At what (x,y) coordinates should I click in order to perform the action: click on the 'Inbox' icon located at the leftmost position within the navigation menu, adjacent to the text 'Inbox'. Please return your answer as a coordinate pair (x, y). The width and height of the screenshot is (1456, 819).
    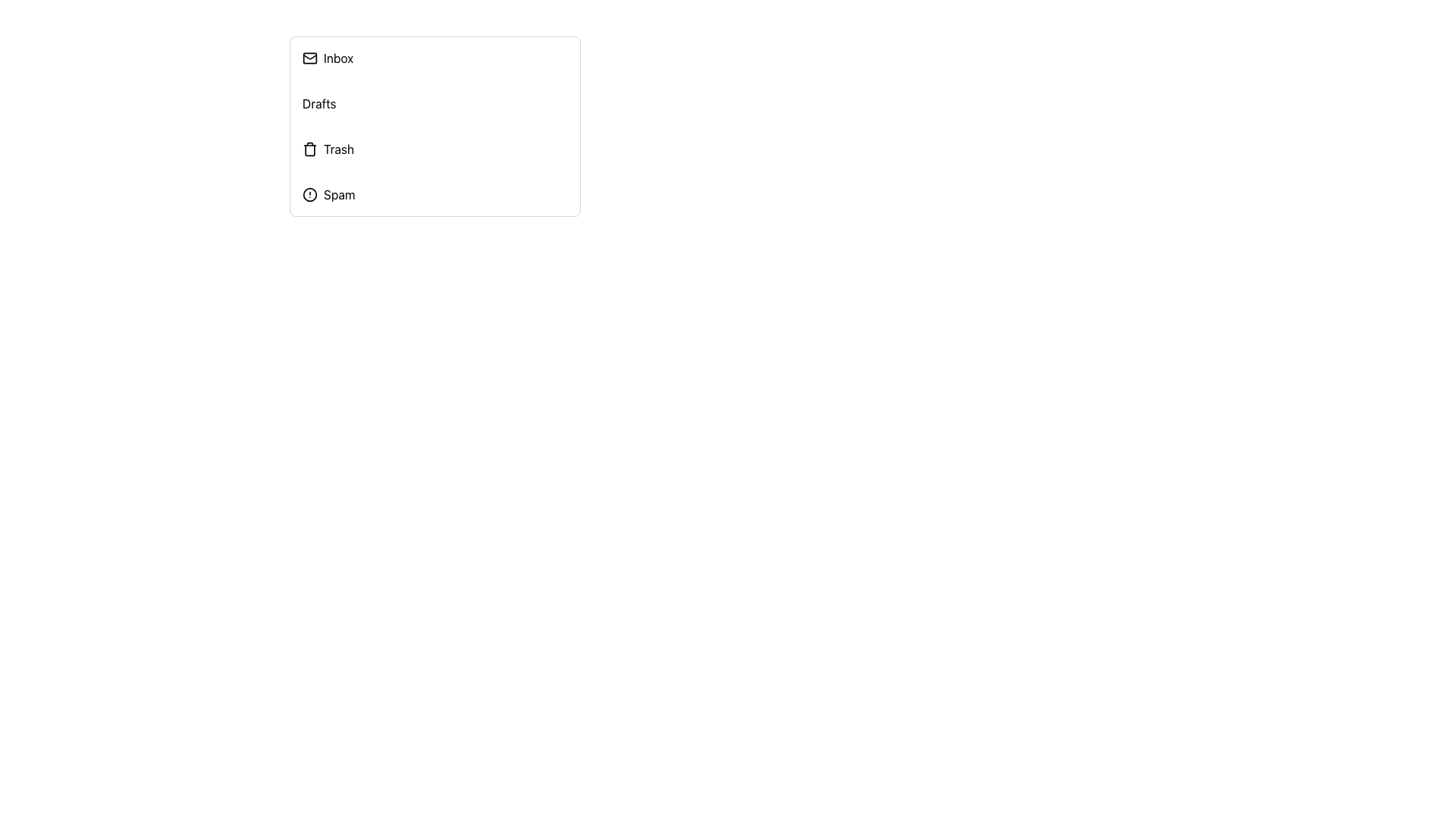
    Looking at the image, I should click on (309, 58).